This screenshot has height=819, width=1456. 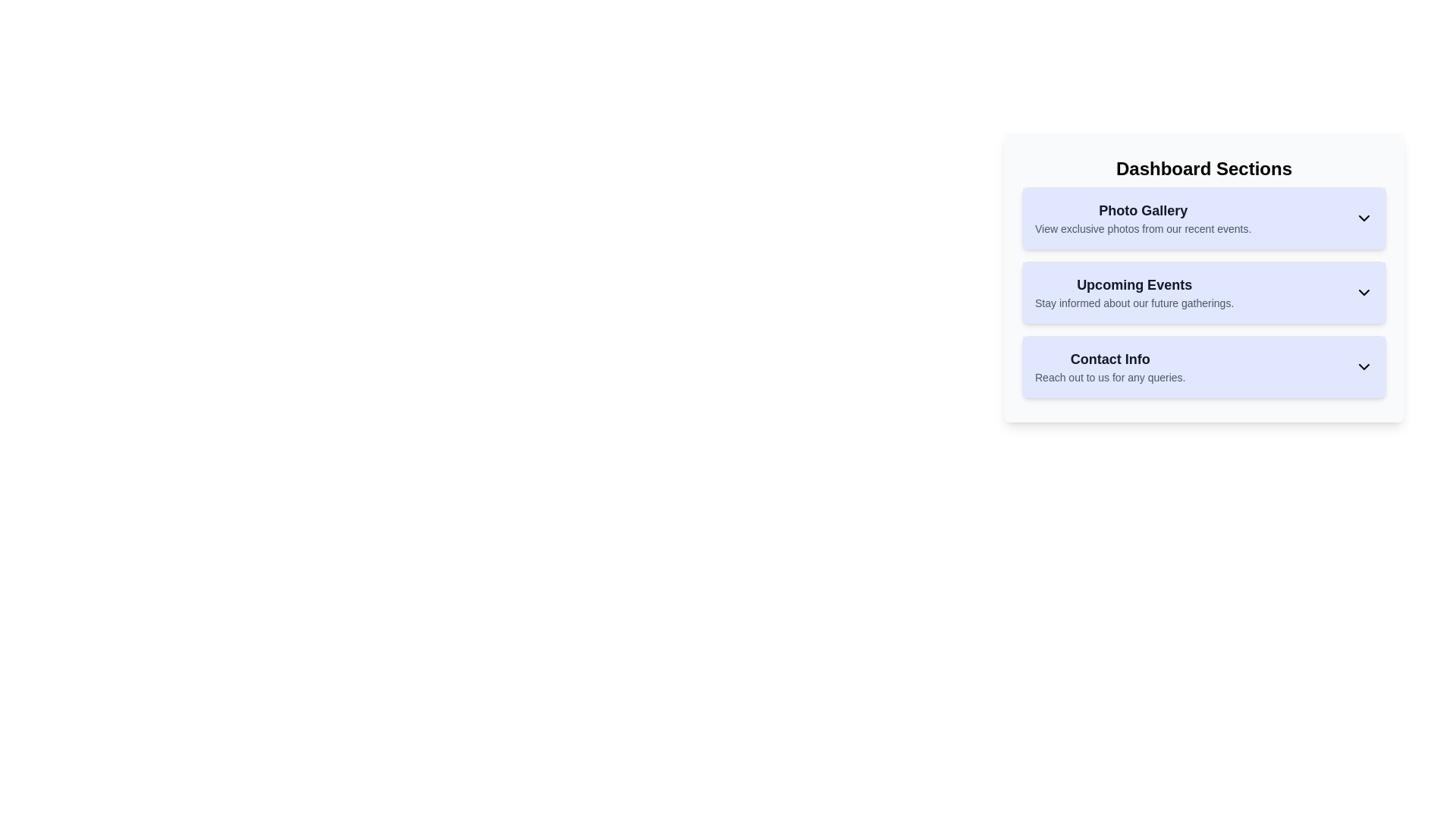 I want to click on the 'Photo Gallery' button, which has a light indigo background and includes a bold title and a downward-facing chevron icon, so click(x=1203, y=218).